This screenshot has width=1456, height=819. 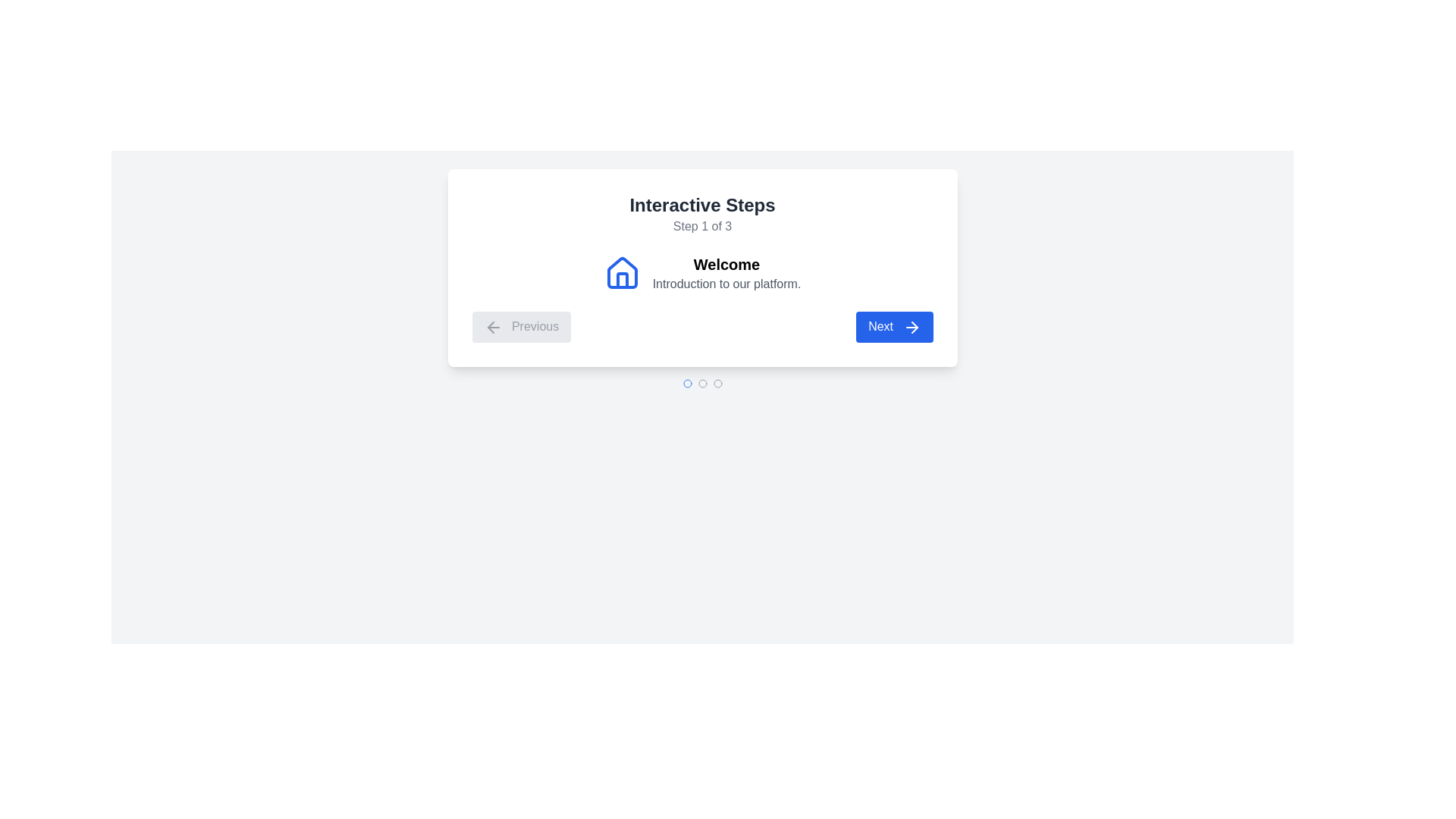 What do you see at coordinates (911, 326) in the screenshot?
I see `the progression icon located on the far-right side of the 'Next' button in the lower-right corner of the central card to enhance accessibility` at bounding box center [911, 326].